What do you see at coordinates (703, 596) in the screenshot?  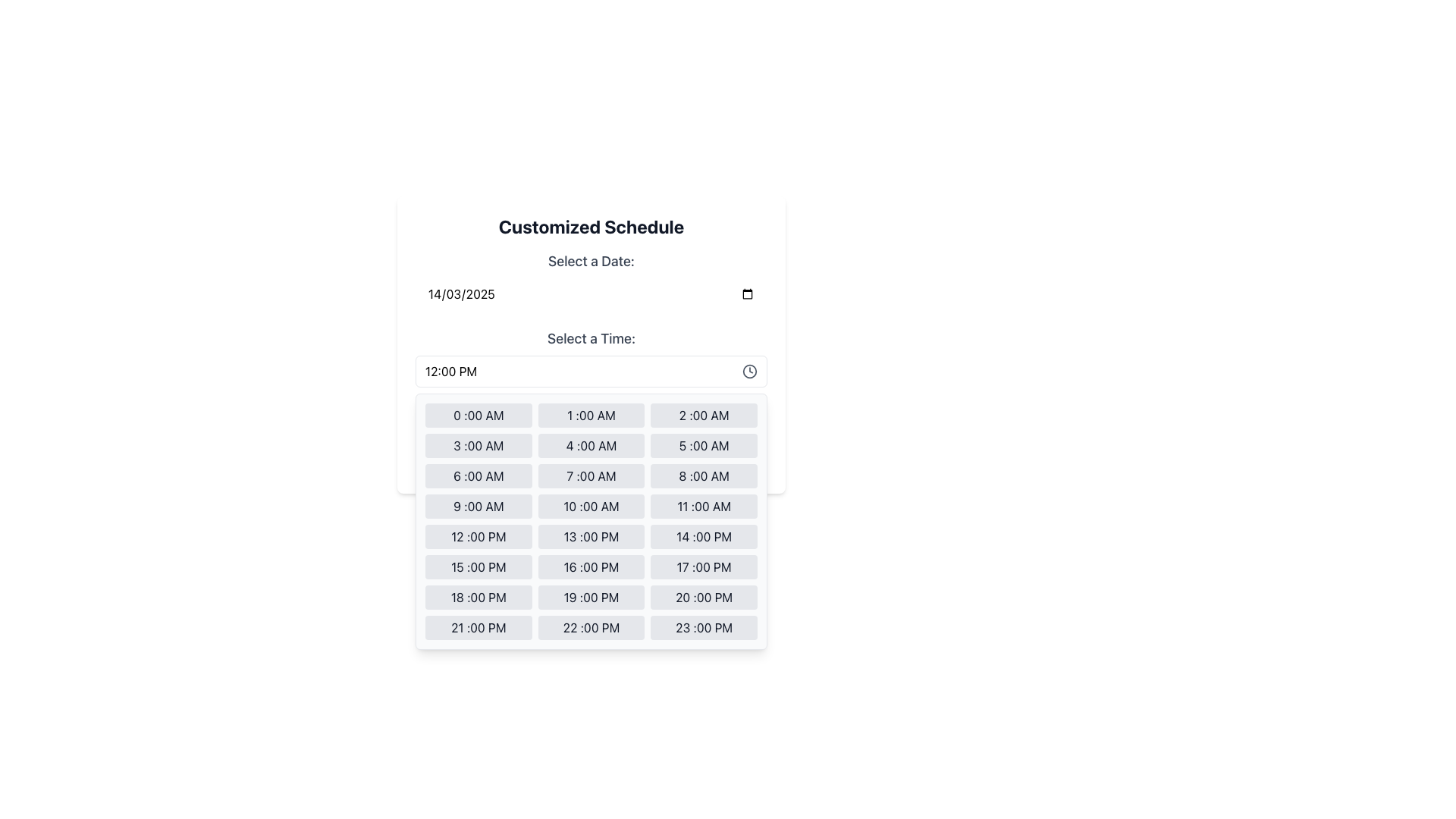 I see `the button displaying '20:00 PM'` at bounding box center [703, 596].